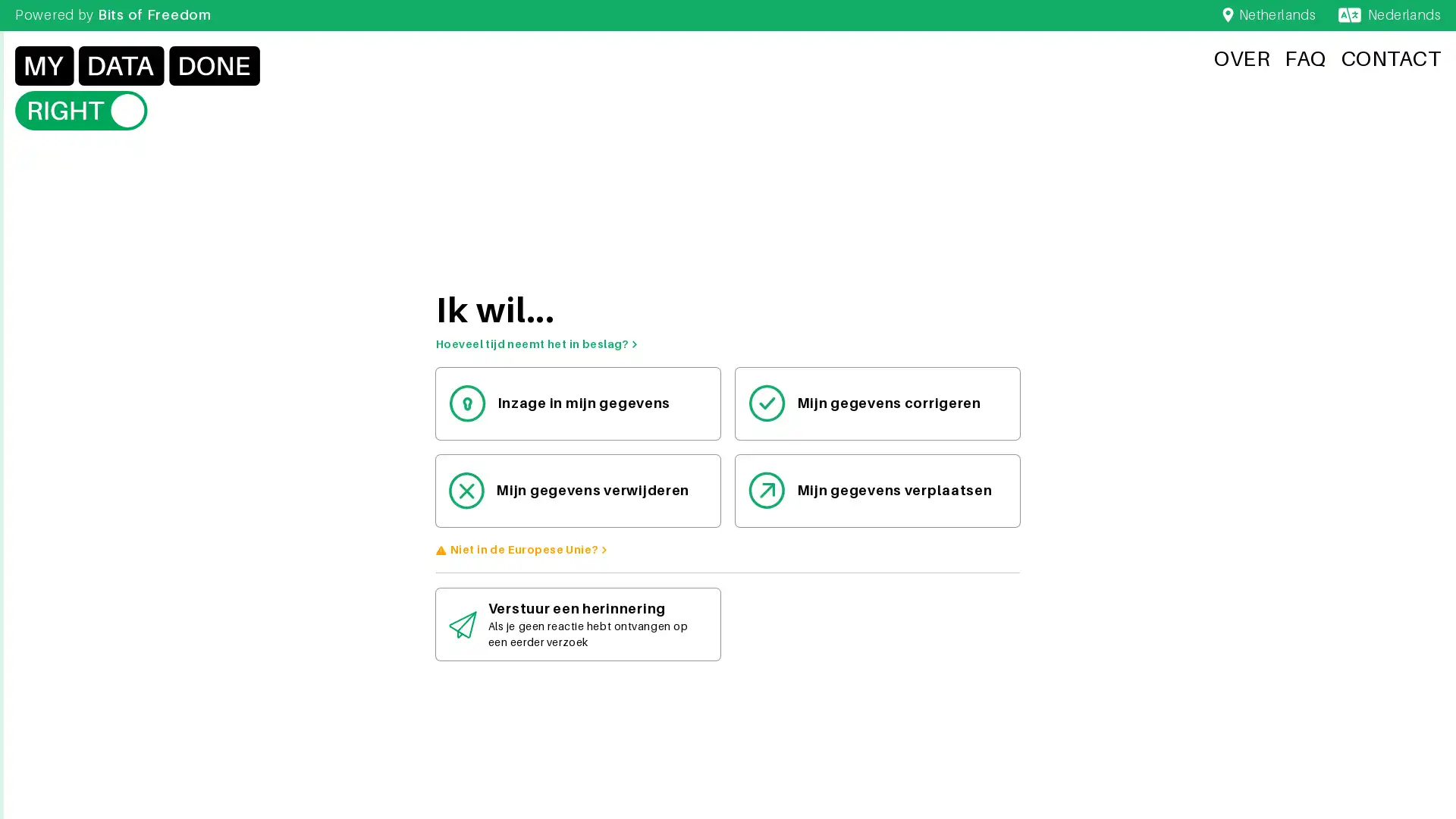 The image size is (1456, 819). Describe the element at coordinates (529, 549) in the screenshot. I see `Niet in de Europese Unie?` at that location.